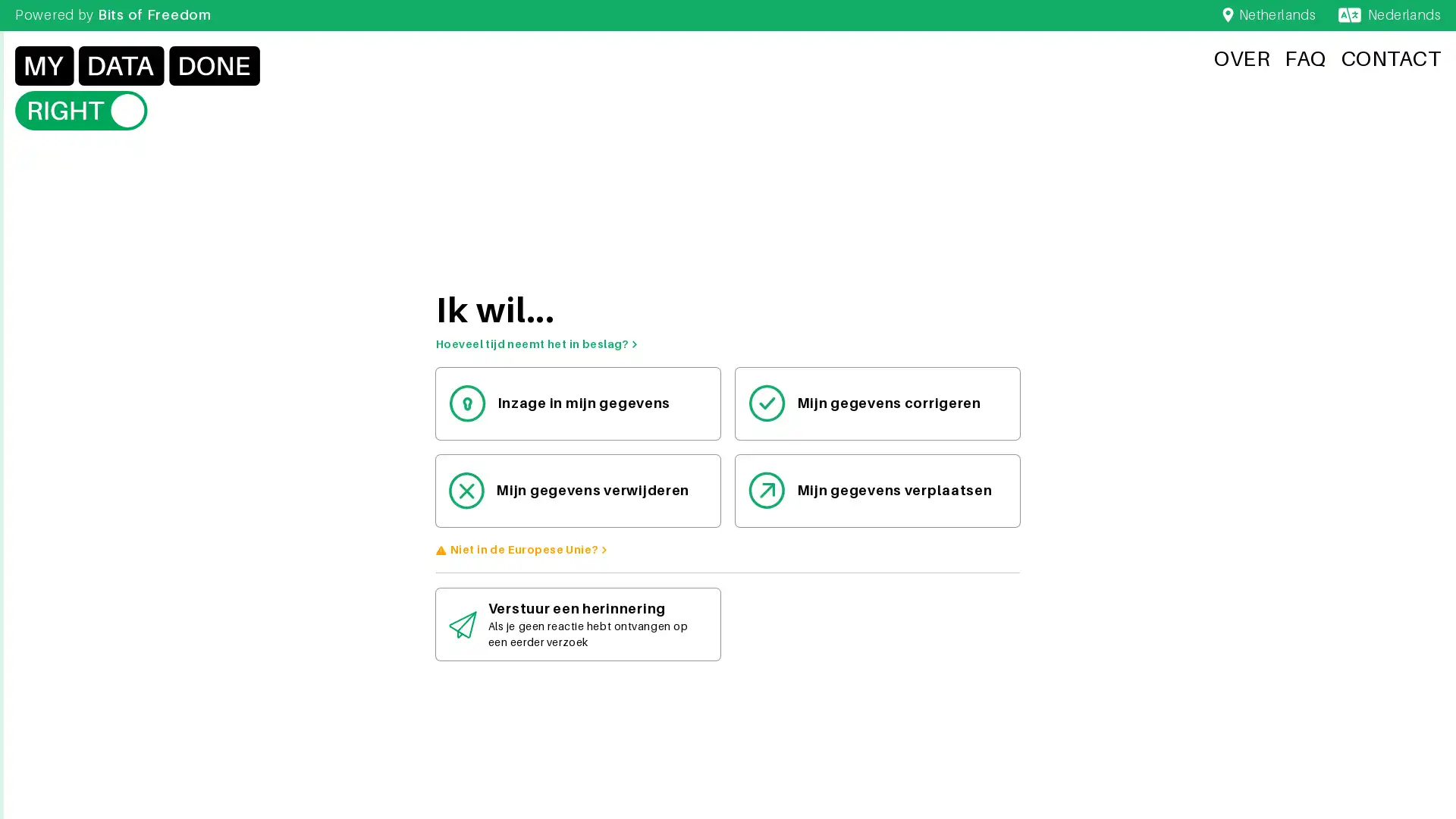 The image size is (1456, 819). Describe the element at coordinates (529, 549) in the screenshot. I see `Niet in de Europese Unie?` at that location.